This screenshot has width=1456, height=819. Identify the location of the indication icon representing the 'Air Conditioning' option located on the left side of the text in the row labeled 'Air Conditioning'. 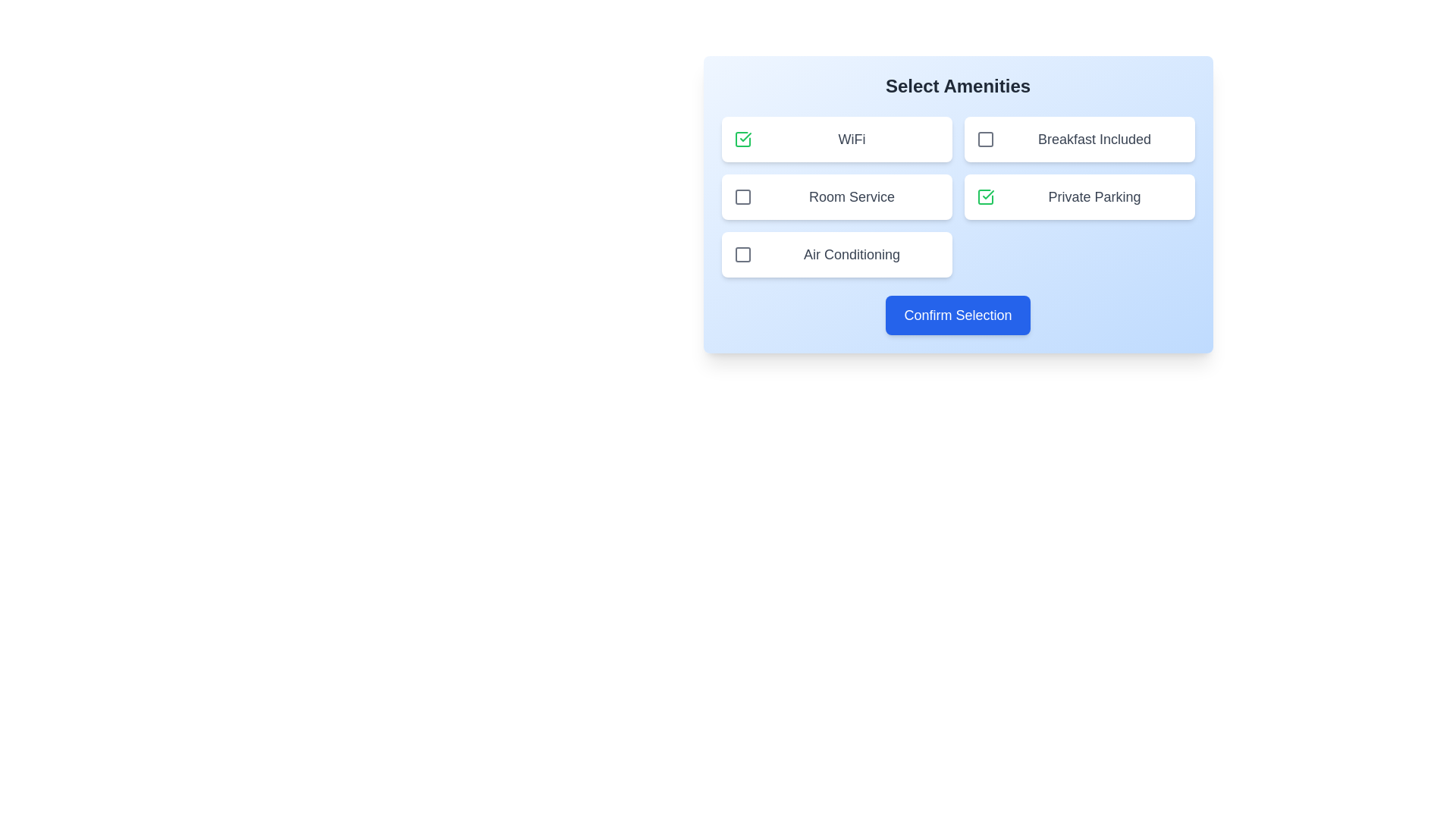
(742, 253).